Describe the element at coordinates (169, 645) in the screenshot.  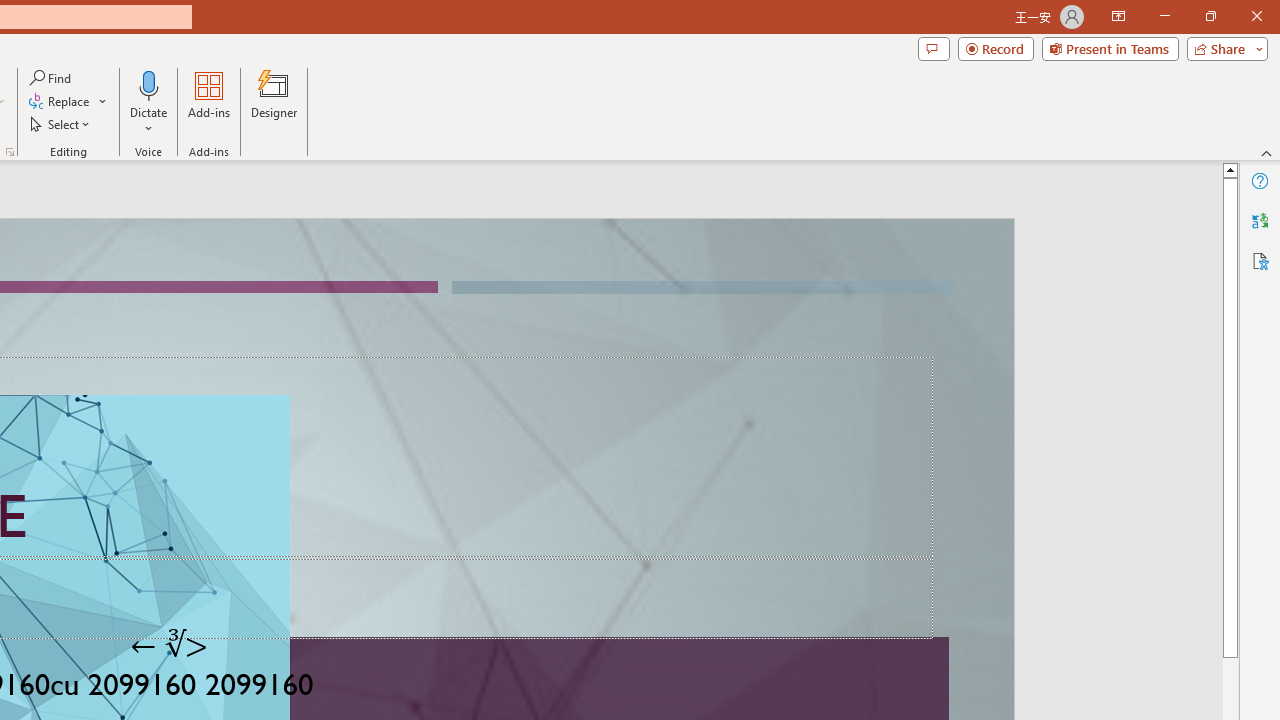
I see `'TextBox 7'` at that location.